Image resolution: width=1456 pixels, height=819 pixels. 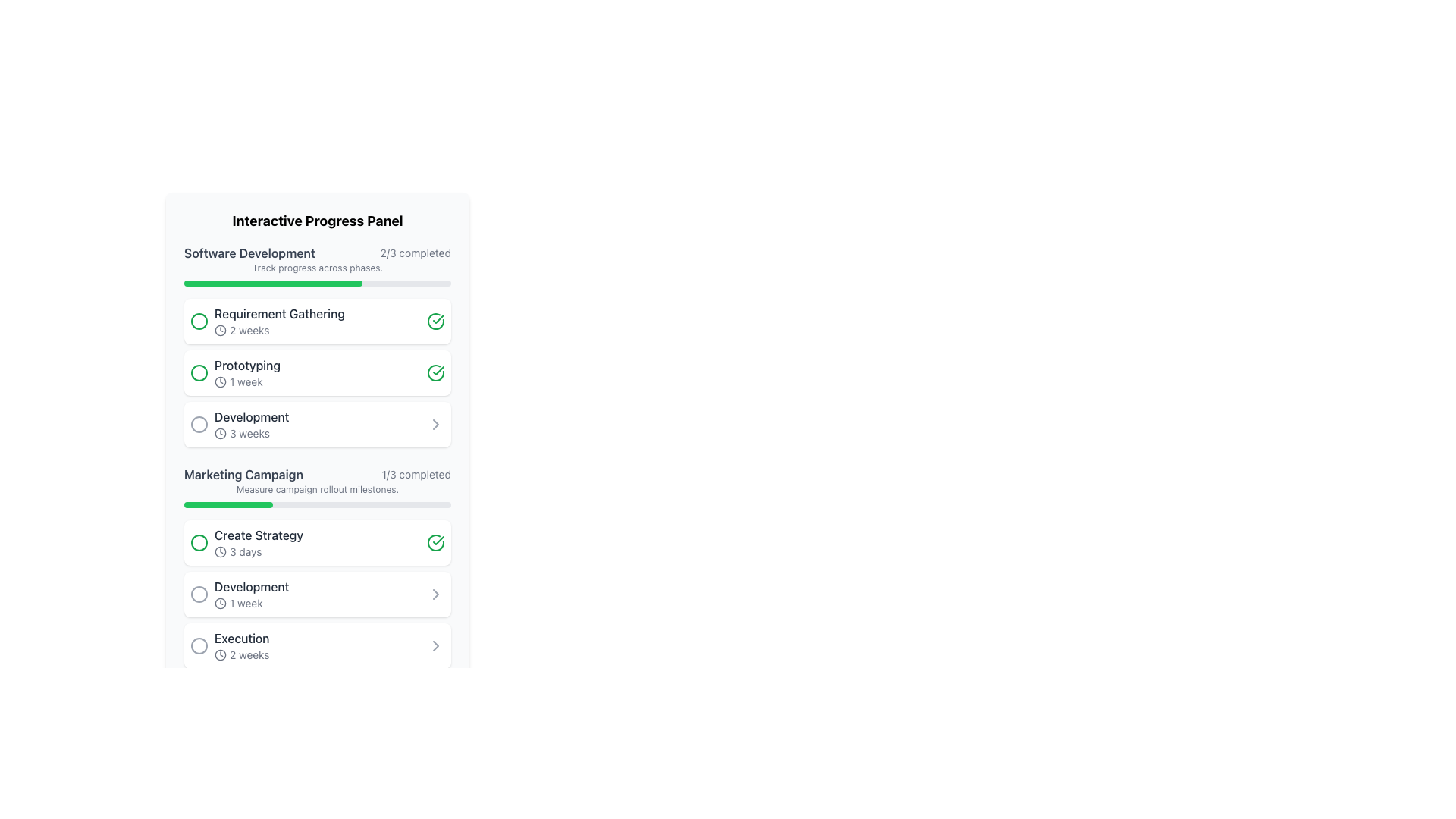 I want to click on the clock SVG icon located in the 'Development' row under the 'Software Development' section, positioned to the immediate left of the text '3 weeks', so click(x=220, y=433).